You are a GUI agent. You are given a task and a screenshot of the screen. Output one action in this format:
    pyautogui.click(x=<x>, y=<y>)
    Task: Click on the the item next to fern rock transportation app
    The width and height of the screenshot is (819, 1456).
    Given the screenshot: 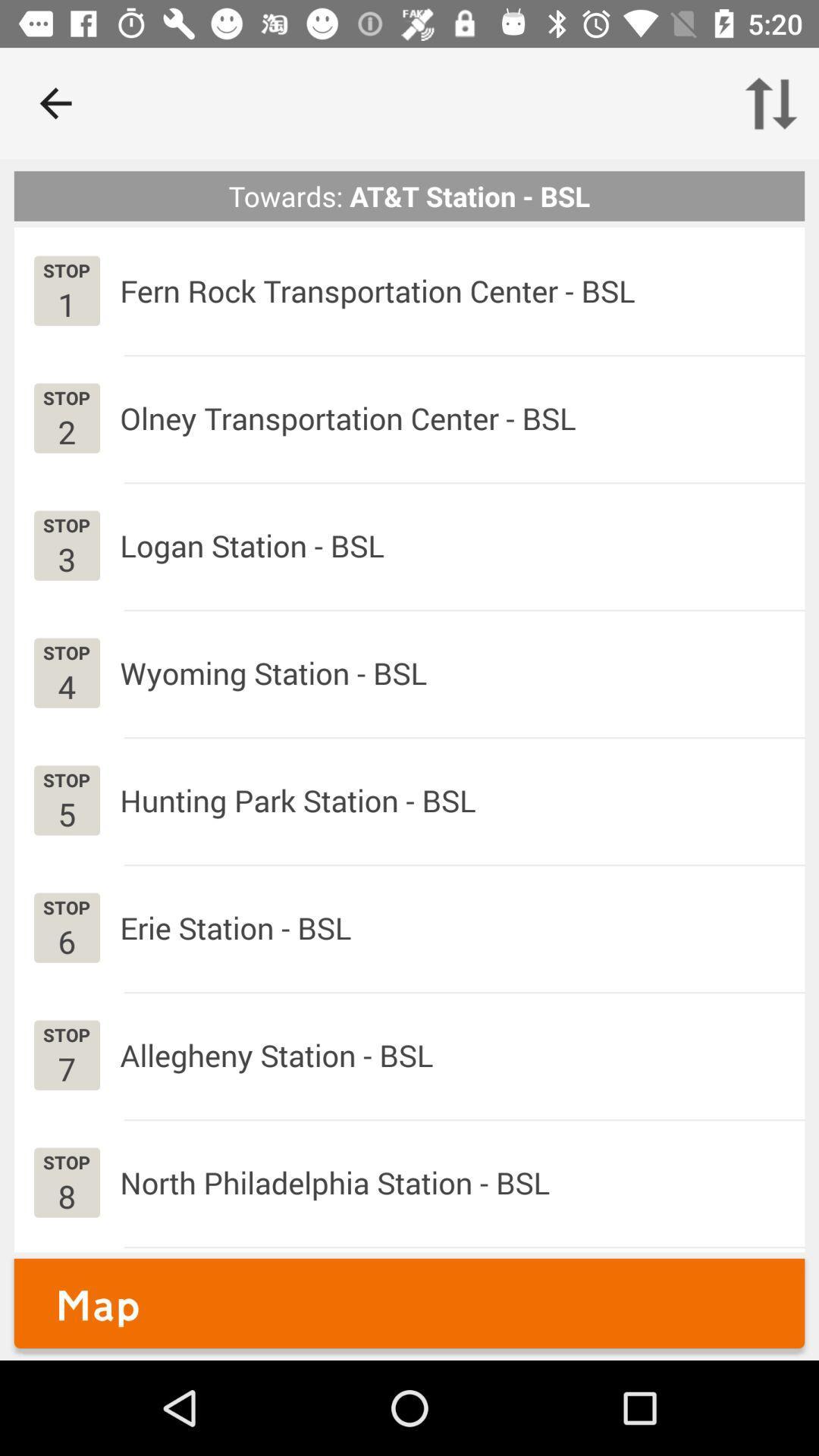 What is the action you would take?
    pyautogui.click(x=66, y=303)
    